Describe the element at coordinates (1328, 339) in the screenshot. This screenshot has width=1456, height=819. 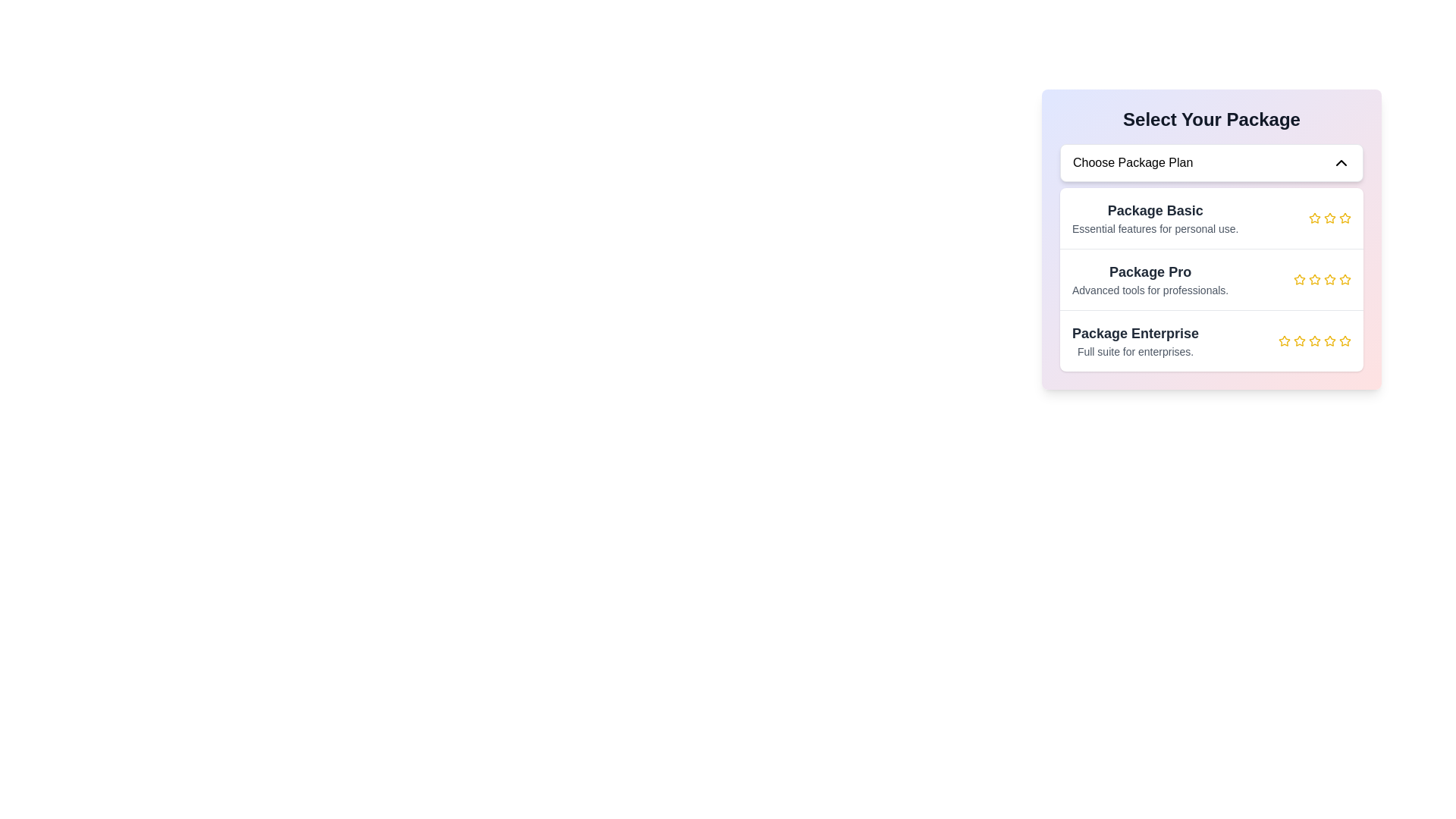
I see `the fifth star-shaped icon, highlighted in yellow, to provide a rating for the 'Package Enterprise' option in the 'Select Your Package' section` at that location.